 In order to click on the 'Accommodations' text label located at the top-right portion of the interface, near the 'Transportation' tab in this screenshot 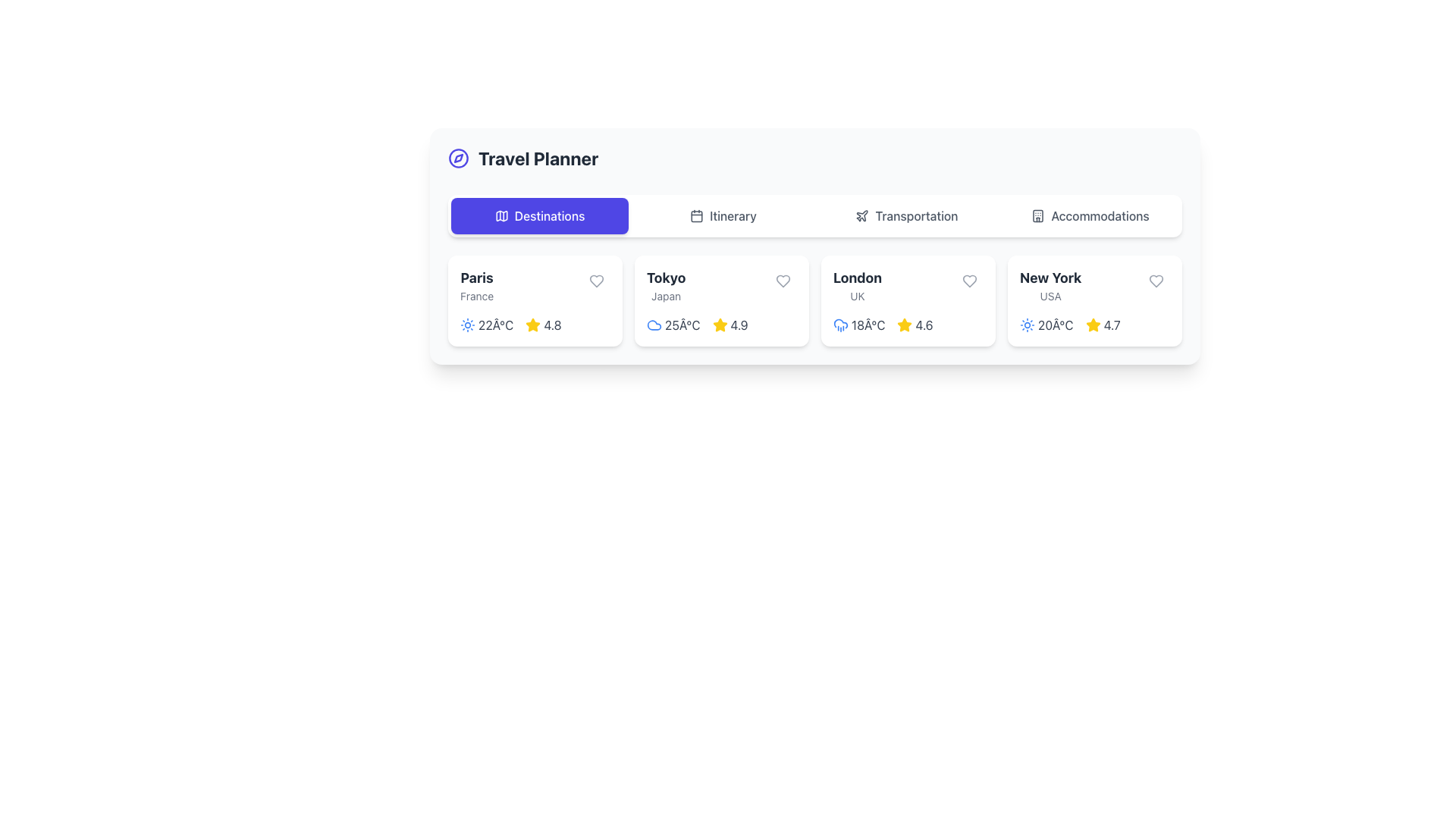, I will do `click(1100, 216)`.